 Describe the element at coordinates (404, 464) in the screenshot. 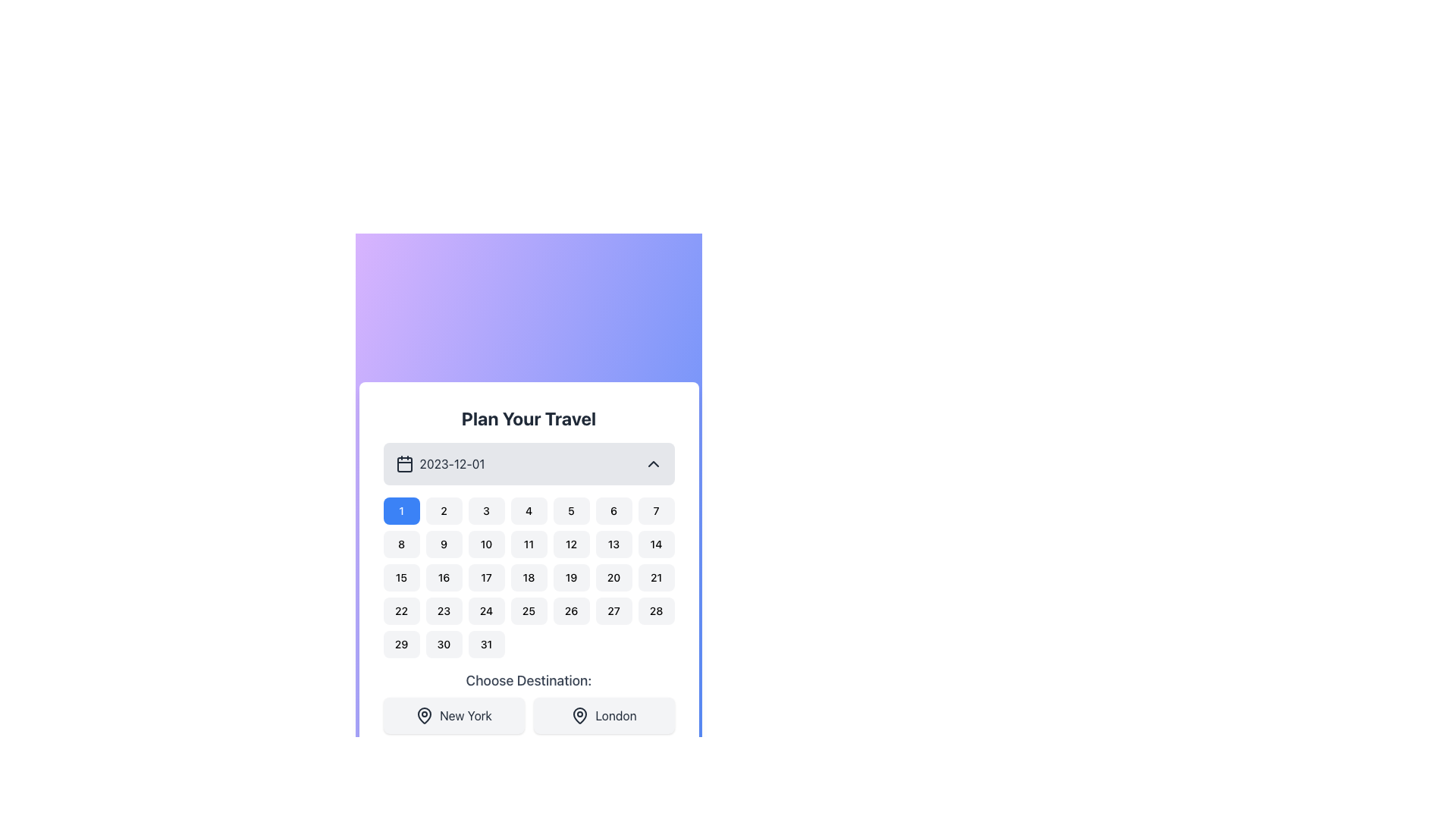

I see `the main body of the calendar icon represented by the SVG Rectangle, which is centrally located within the calendar icon` at that location.